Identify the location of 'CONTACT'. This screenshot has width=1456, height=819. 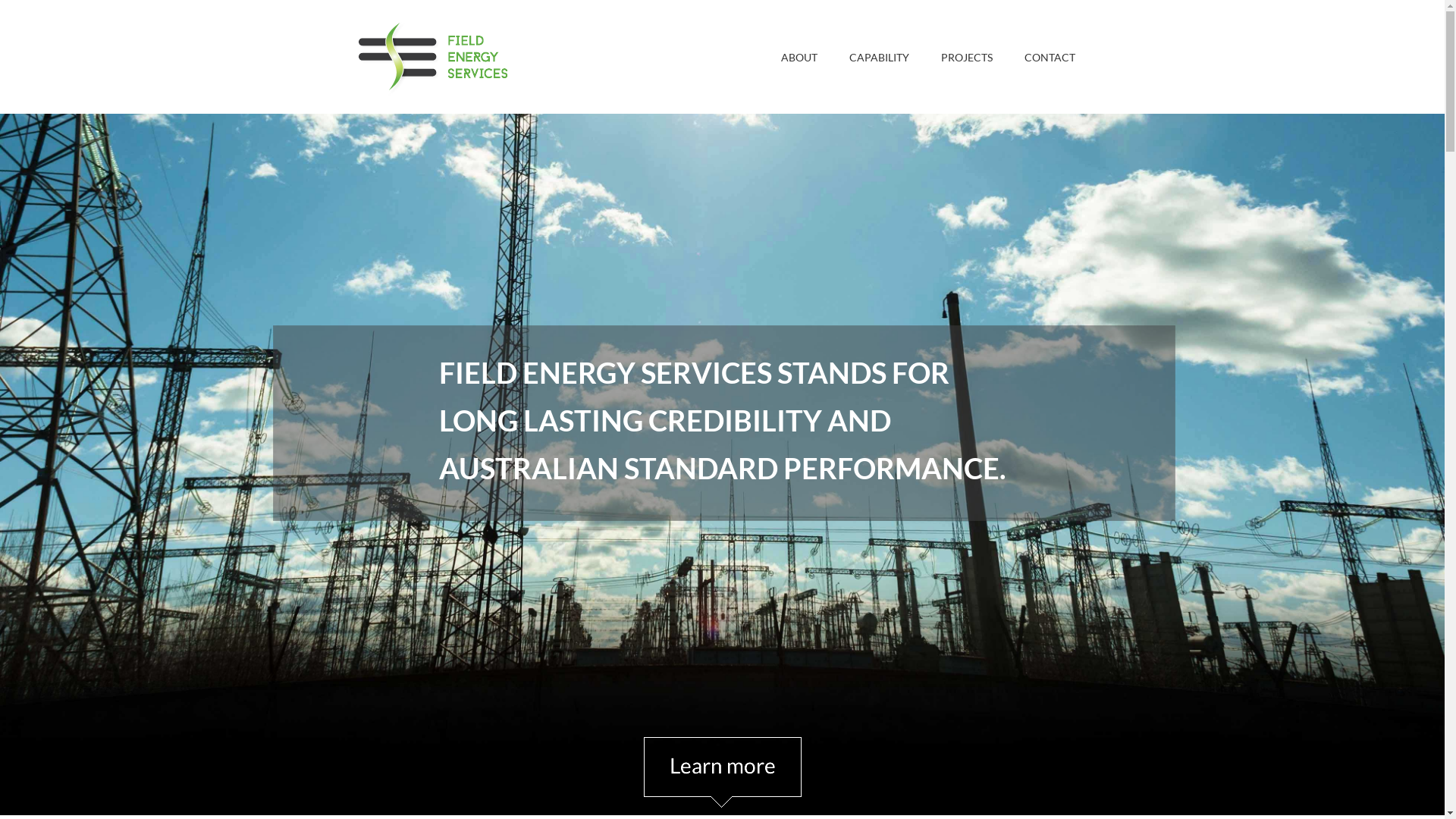
(1049, 55).